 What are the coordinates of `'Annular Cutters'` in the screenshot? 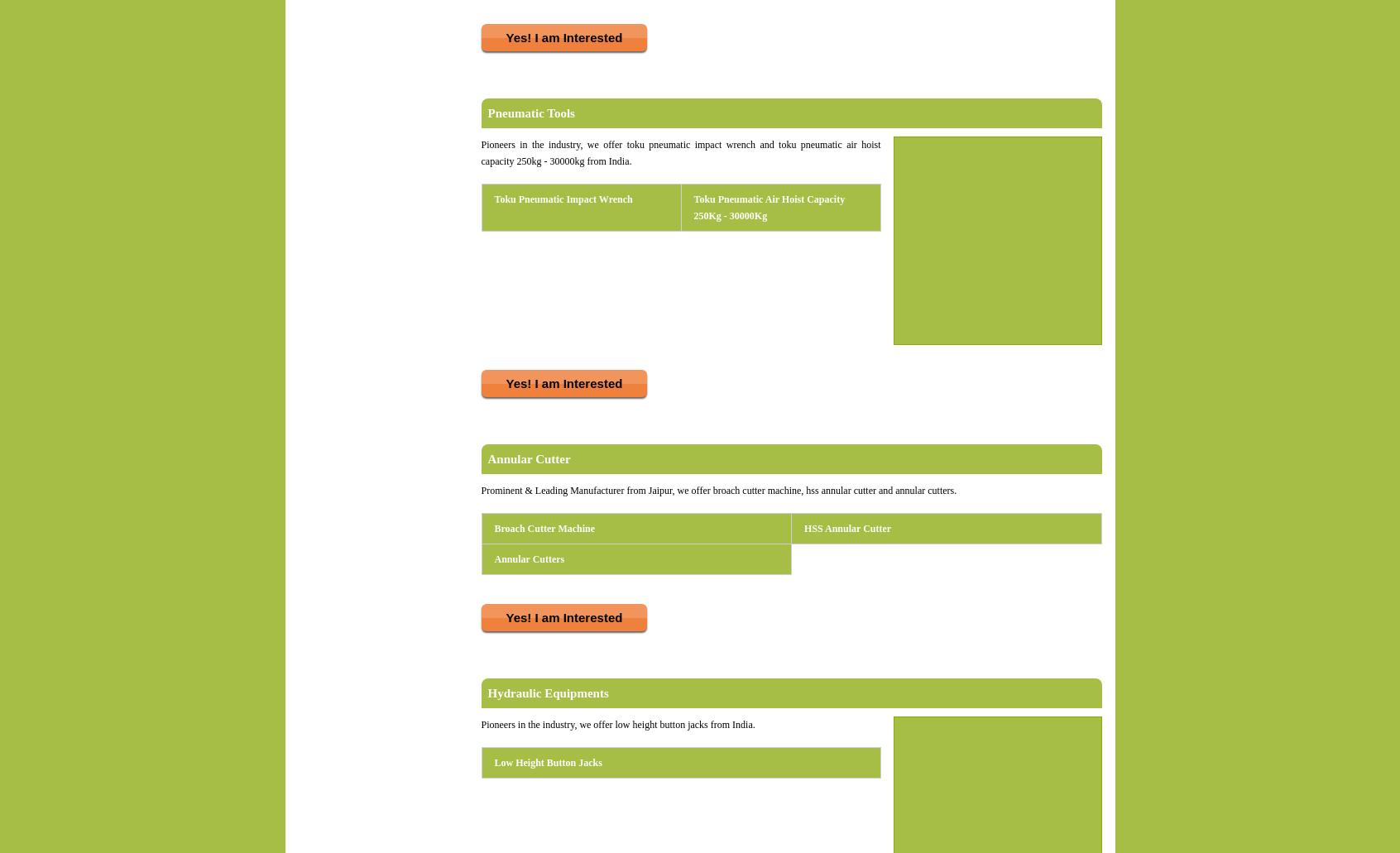 It's located at (492, 559).